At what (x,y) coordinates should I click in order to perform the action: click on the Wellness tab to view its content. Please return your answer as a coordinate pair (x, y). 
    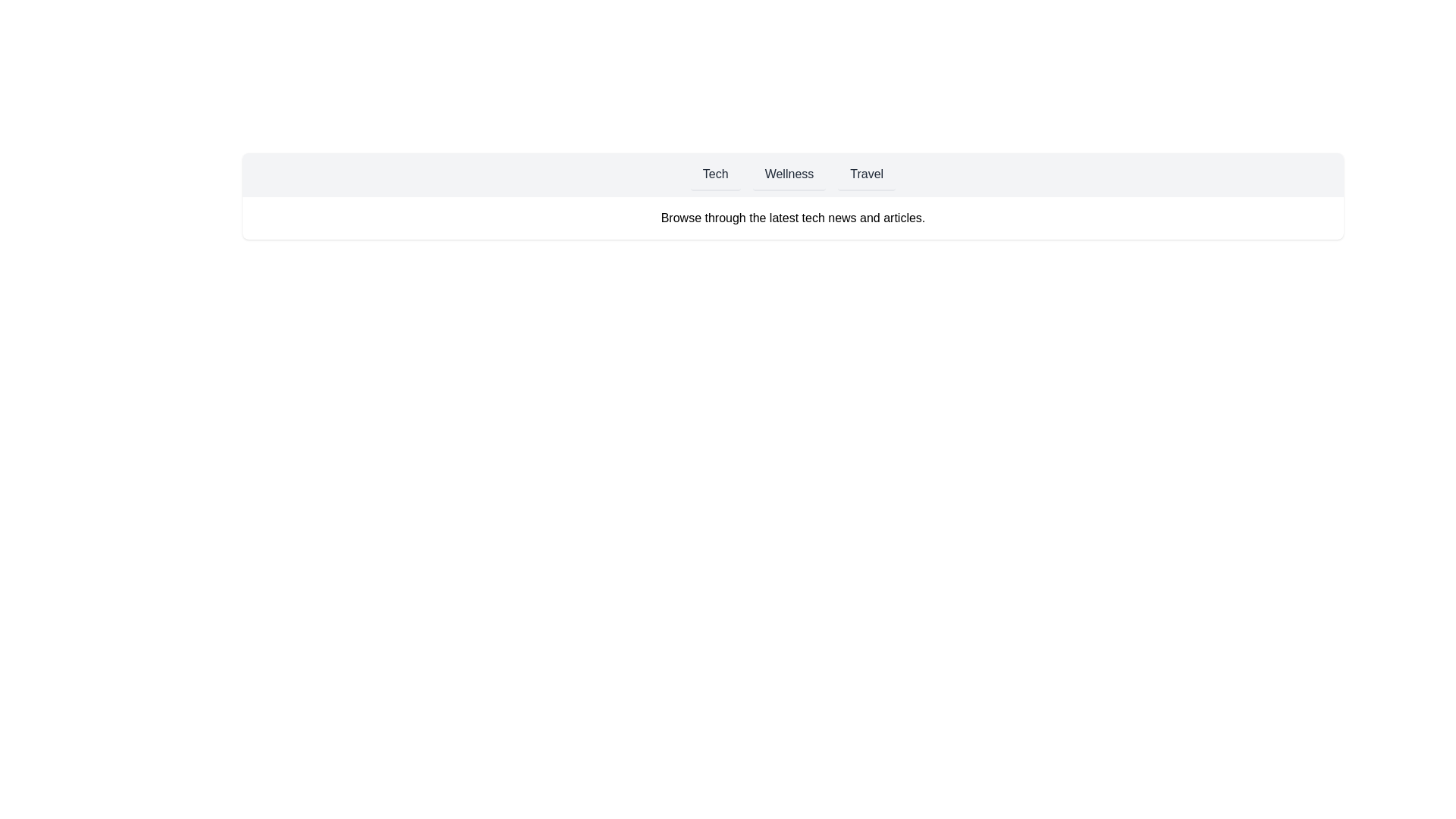
    Looking at the image, I should click on (789, 174).